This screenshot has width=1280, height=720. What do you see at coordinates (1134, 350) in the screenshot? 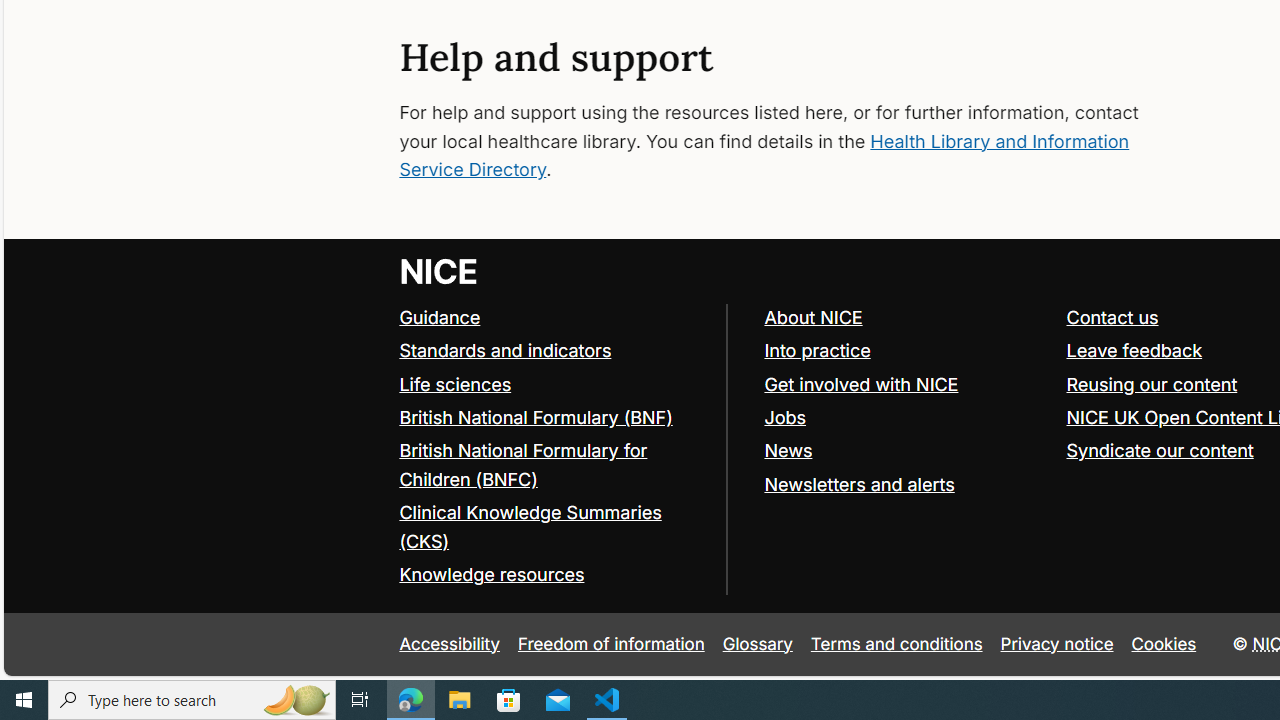
I see `'Leave feedback'` at bounding box center [1134, 350].